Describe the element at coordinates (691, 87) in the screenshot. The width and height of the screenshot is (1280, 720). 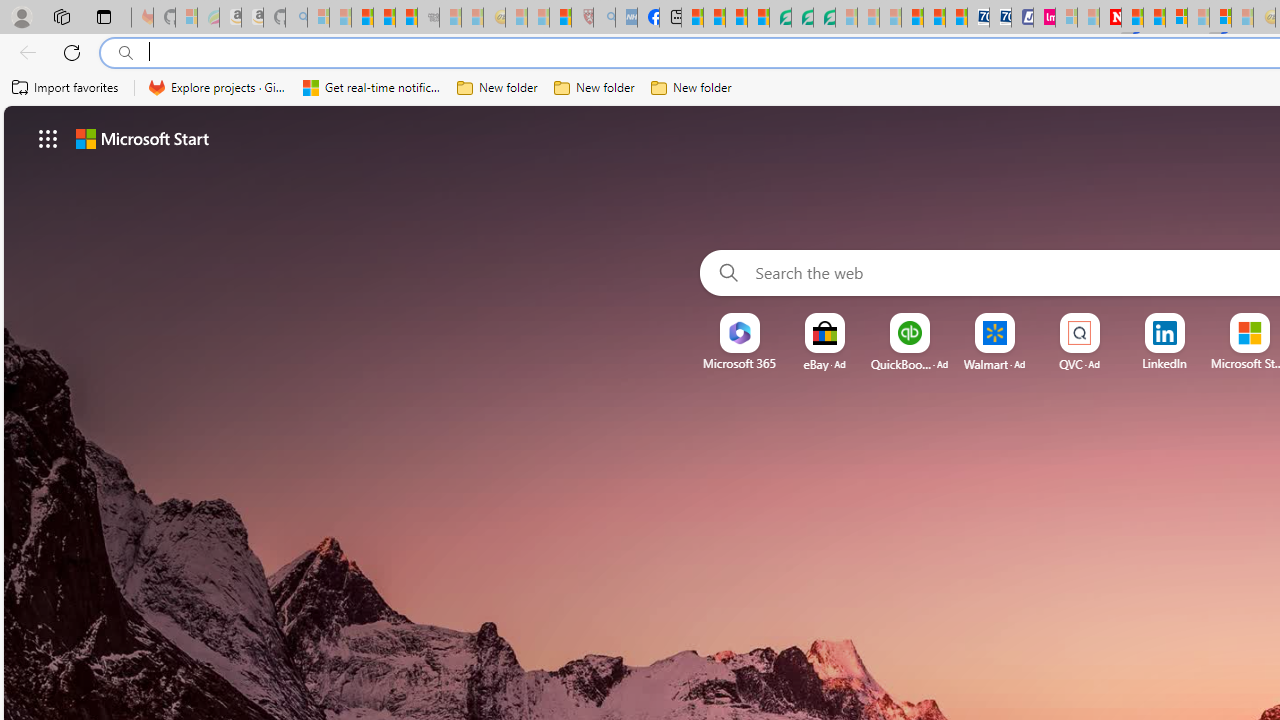
I see `'New folder'` at that location.